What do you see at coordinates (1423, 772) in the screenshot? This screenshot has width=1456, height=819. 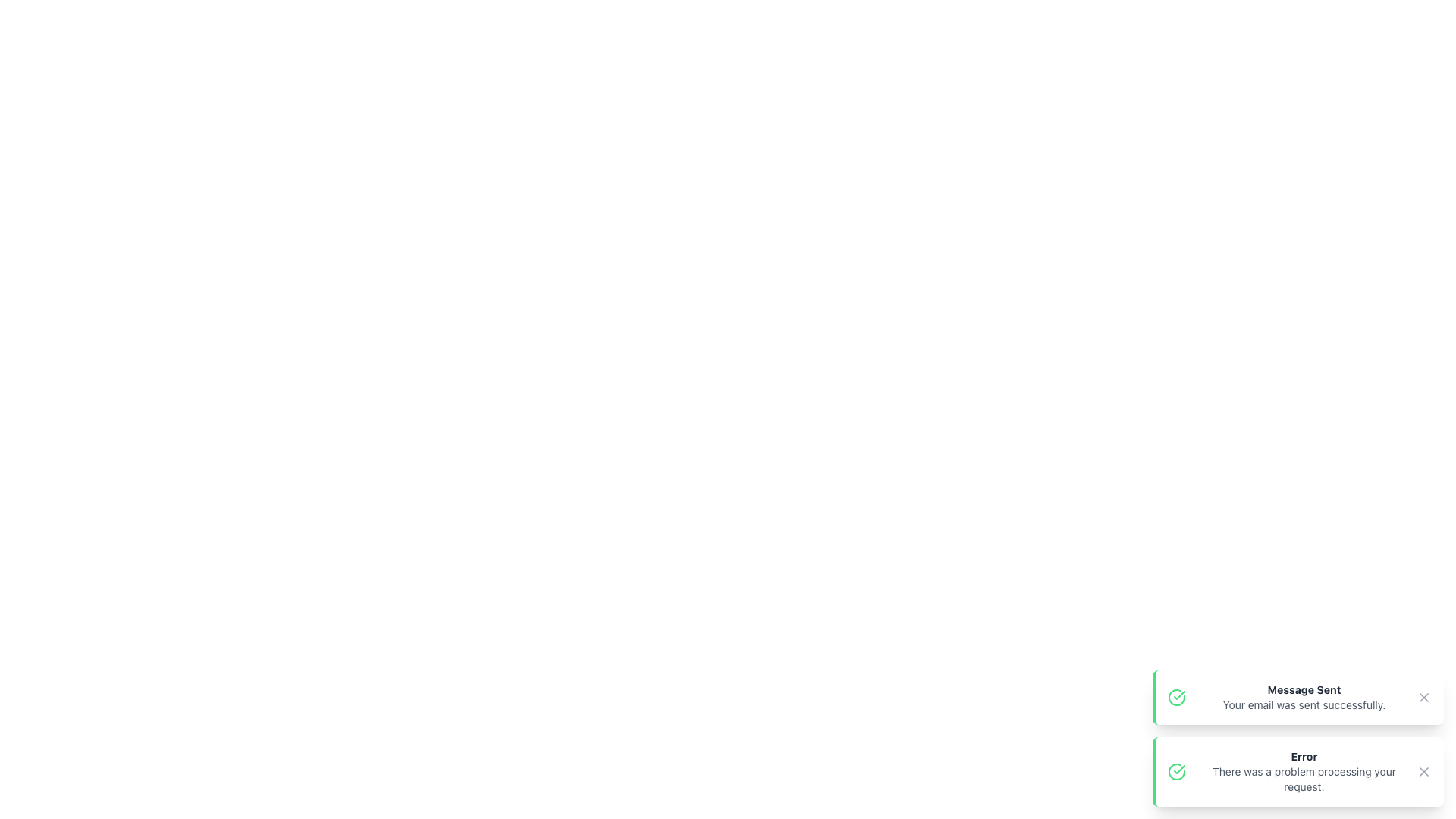 I see `the dismiss button, represented by a small 'X' icon in gray, located at the far-right corner of the bottom notification box labeled 'Error'` at bounding box center [1423, 772].